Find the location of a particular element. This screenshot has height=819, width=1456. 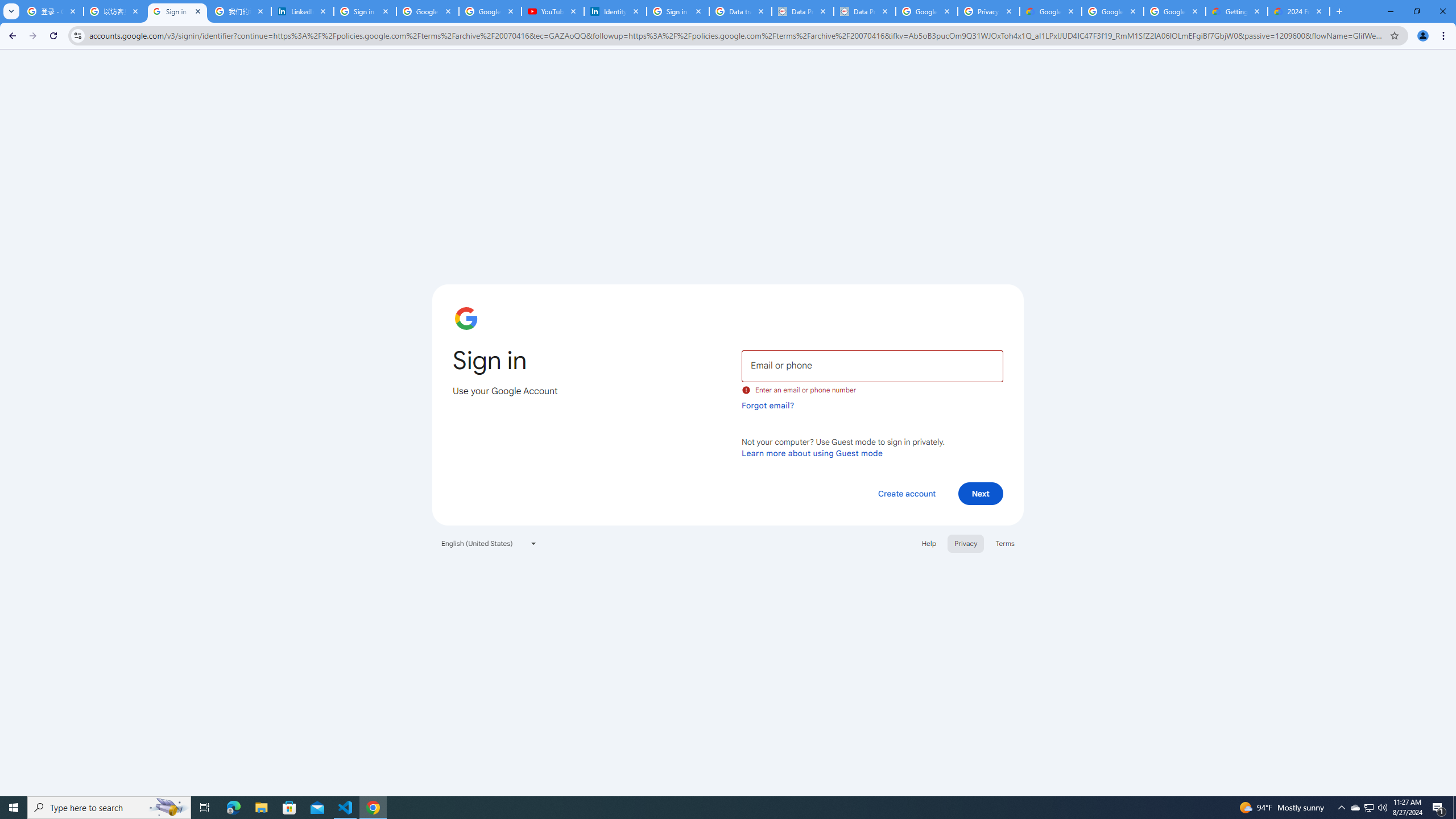

'English (United States)' is located at coordinates (489, 543).